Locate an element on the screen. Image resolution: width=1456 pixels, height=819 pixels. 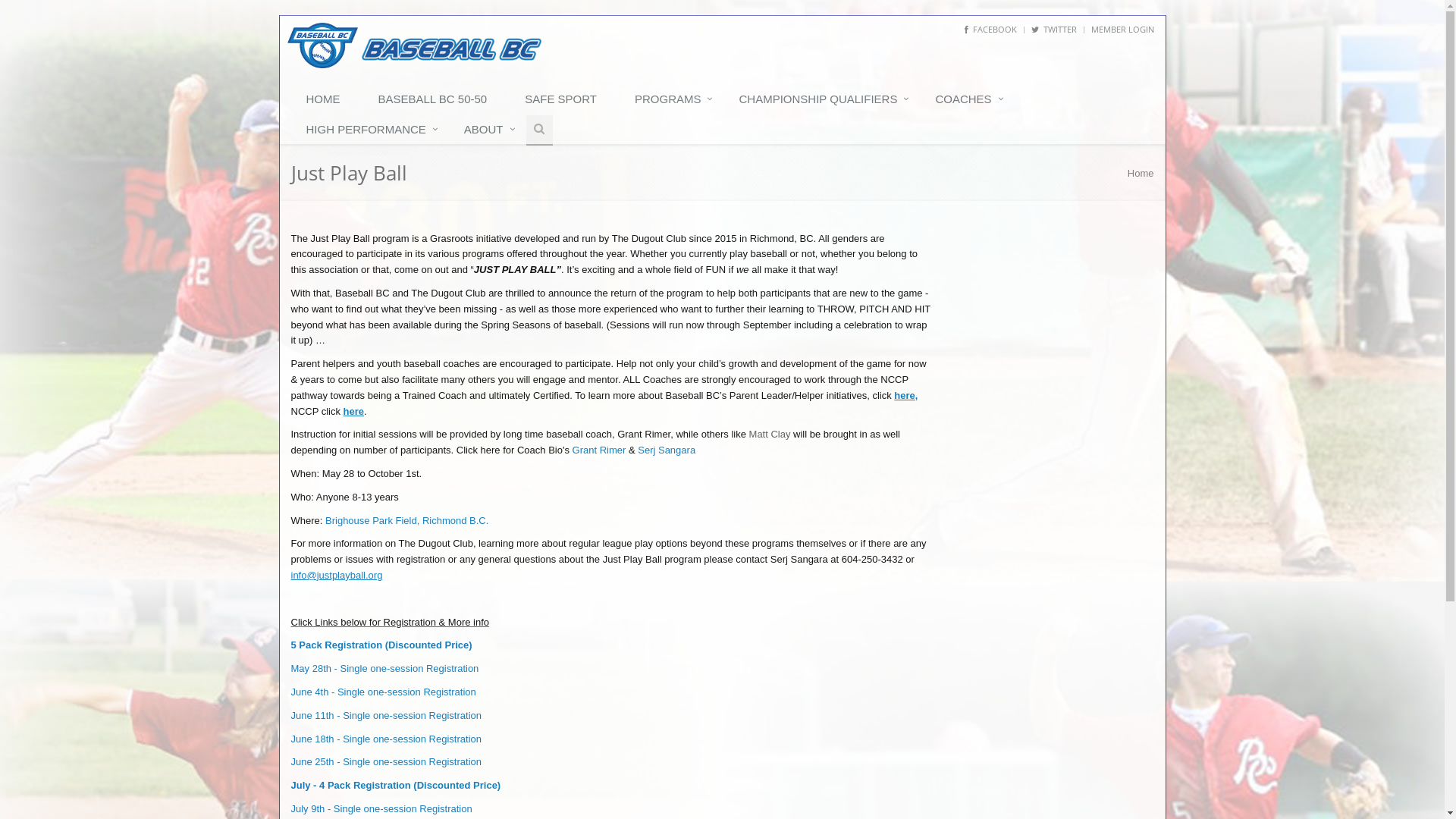
'June 18th - Single one-session Registration' is located at coordinates (291, 738).